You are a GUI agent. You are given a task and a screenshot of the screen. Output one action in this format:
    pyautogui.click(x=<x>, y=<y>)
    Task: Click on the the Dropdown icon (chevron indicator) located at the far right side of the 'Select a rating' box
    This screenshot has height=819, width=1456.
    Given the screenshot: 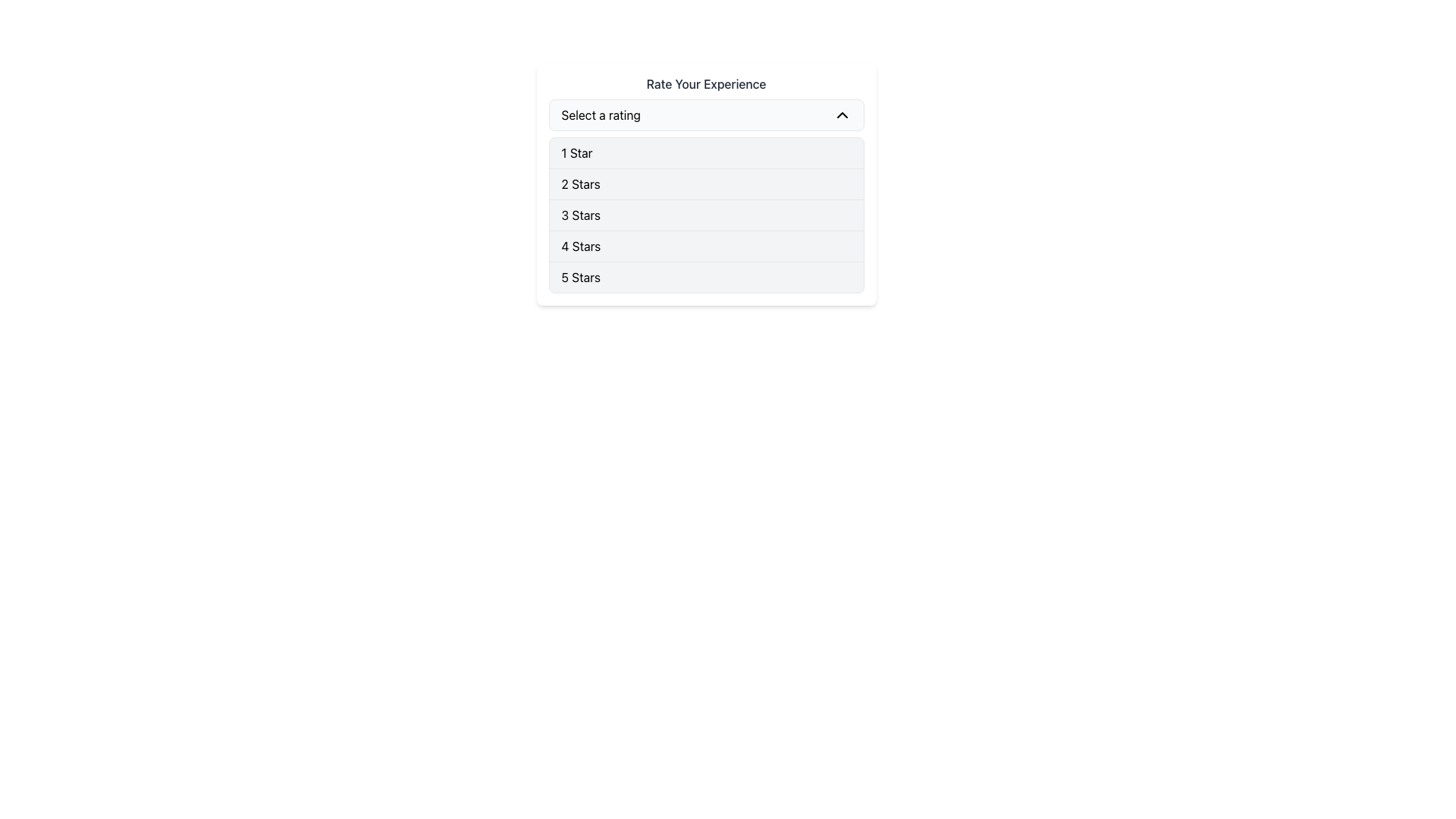 What is the action you would take?
    pyautogui.click(x=841, y=114)
    